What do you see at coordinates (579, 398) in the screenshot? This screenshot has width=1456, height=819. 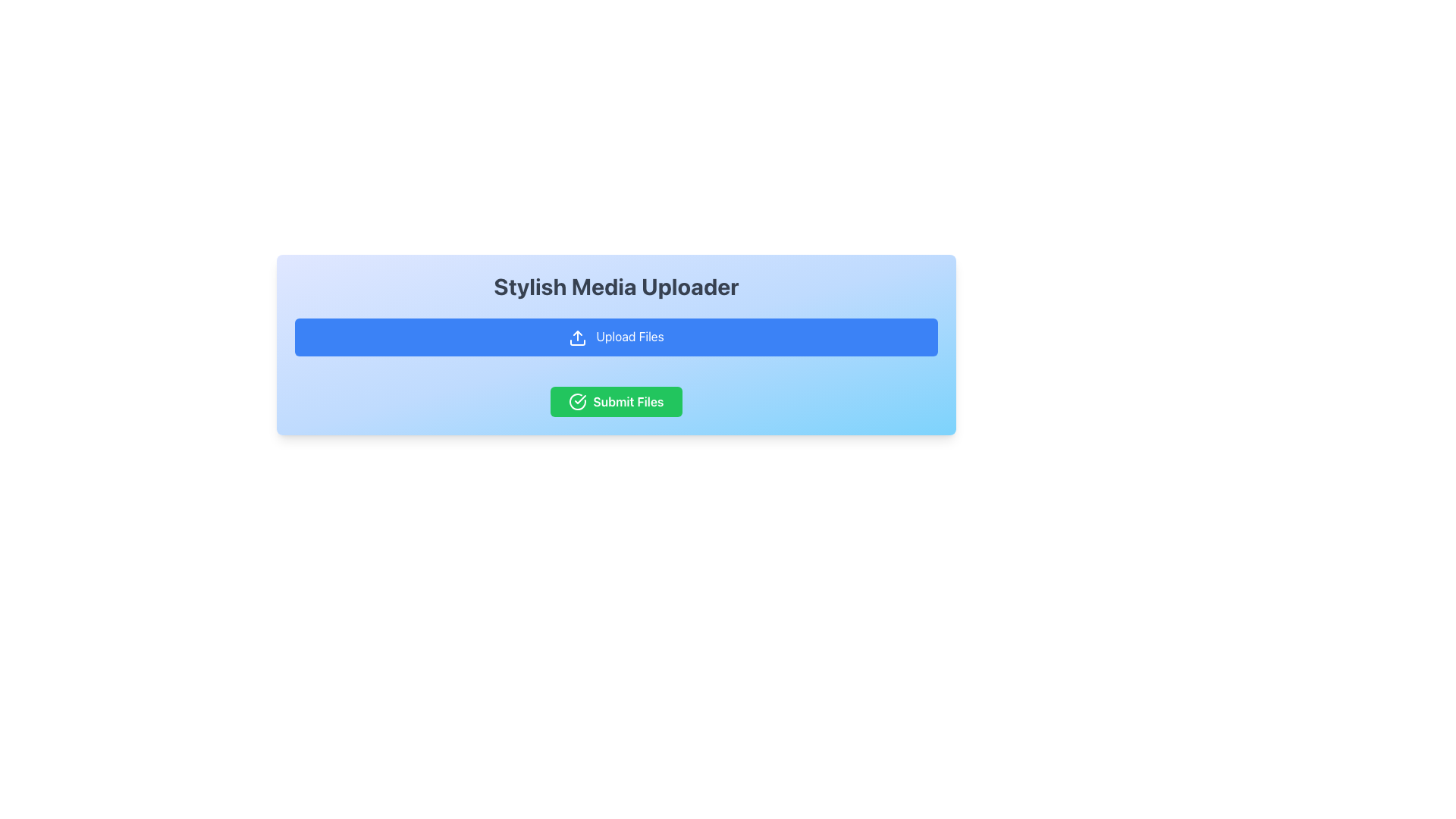 I see `the checkmark icon within the green 'Submit Files' button in the SVG graphic representation` at bounding box center [579, 398].